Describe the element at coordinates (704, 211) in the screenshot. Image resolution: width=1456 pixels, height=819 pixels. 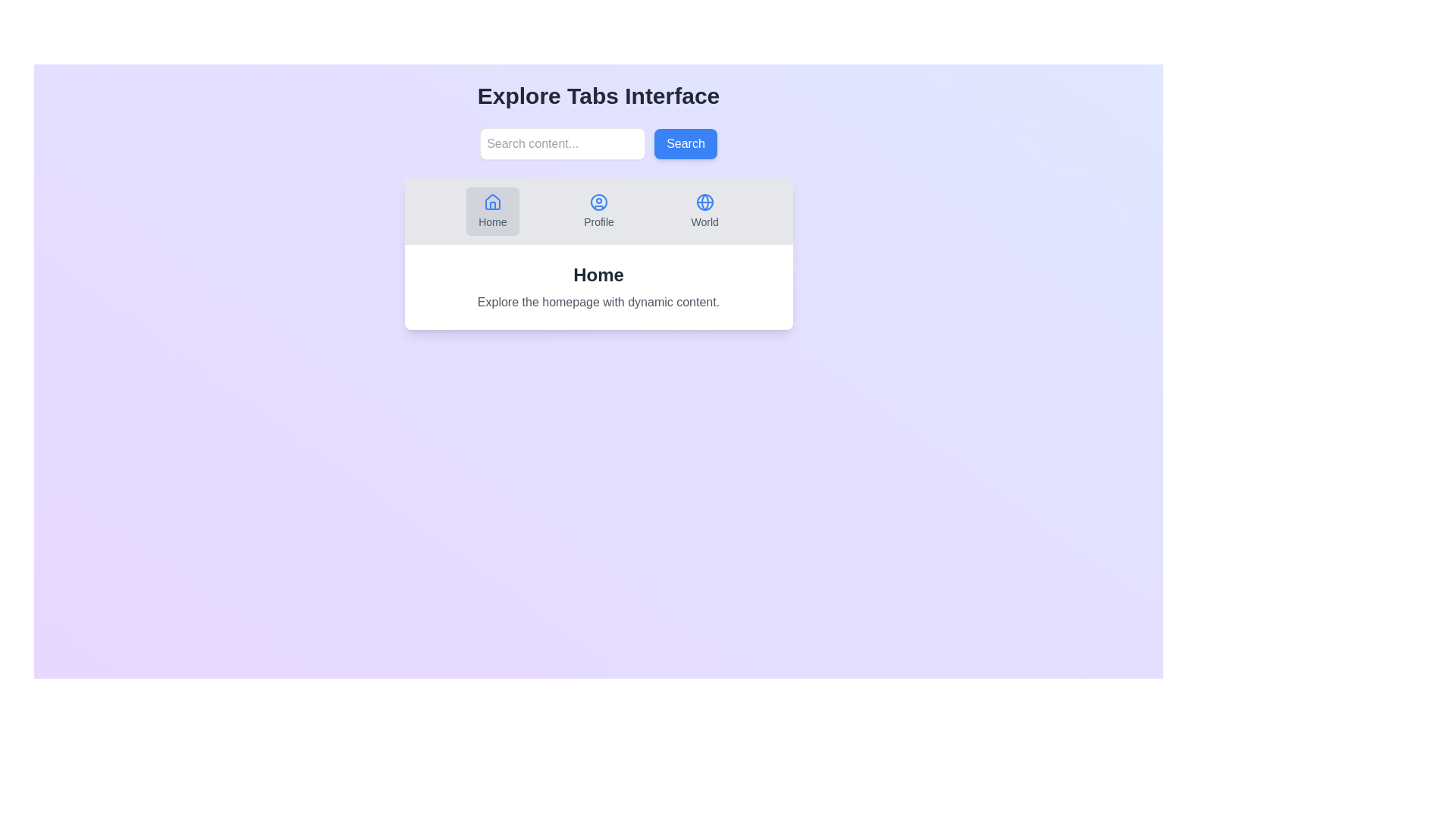
I see `the World tab` at that location.